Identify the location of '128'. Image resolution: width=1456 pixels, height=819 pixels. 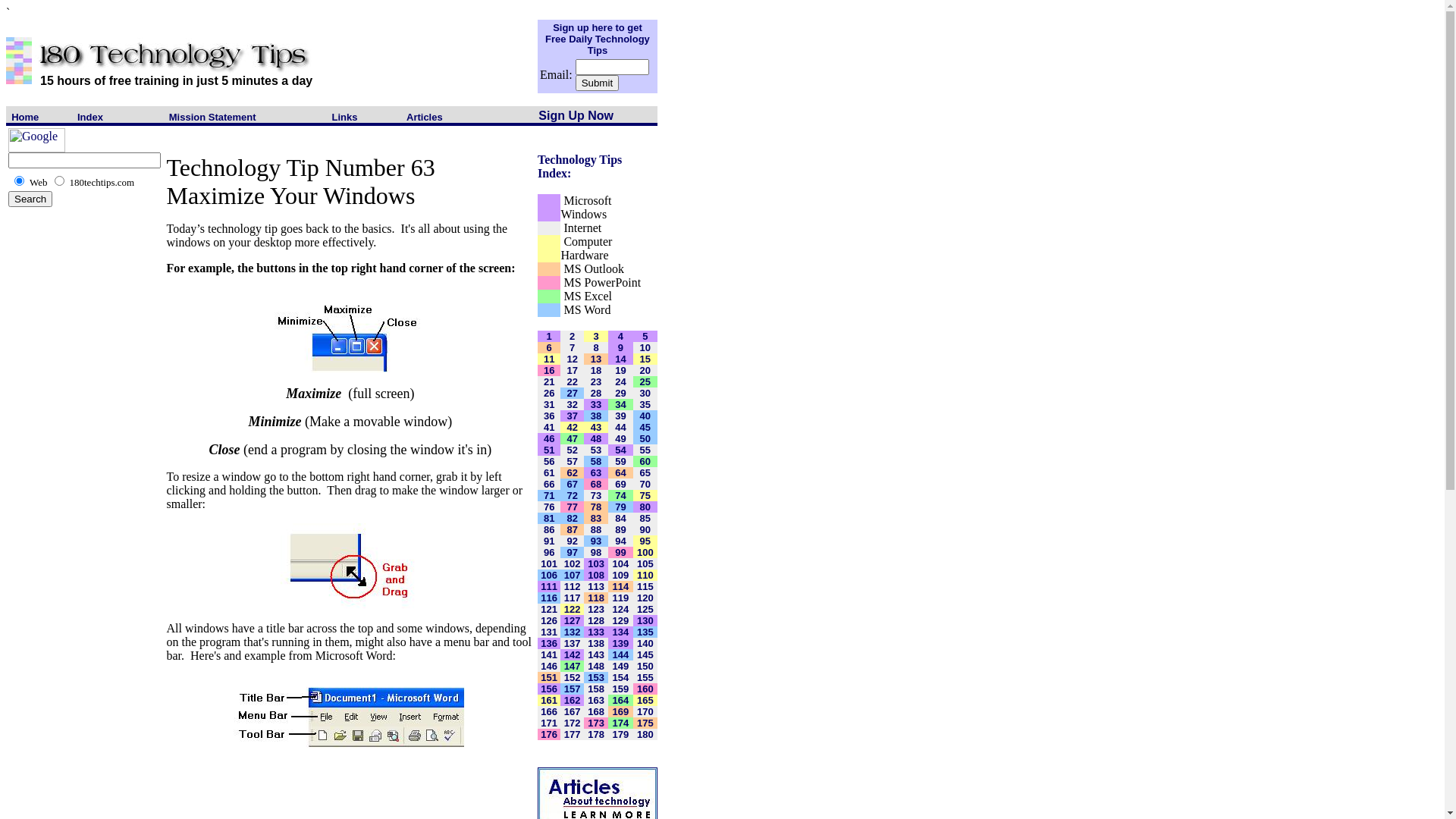
(595, 620).